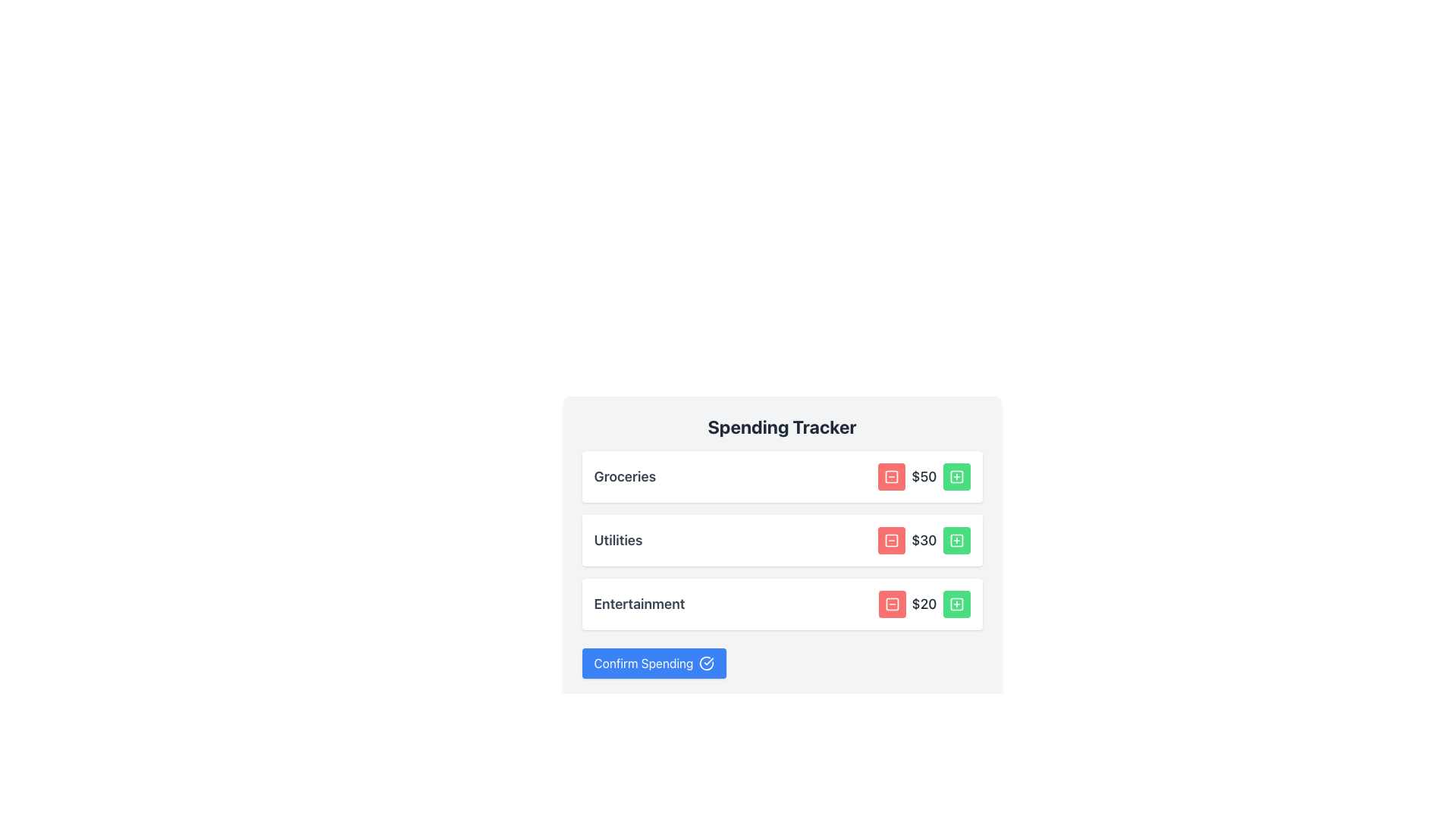 The image size is (1456, 819). I want to click on the static text label displaying the current allocated amount for 'Groceries' in the 'Spending Tracker', so click(923, 475).